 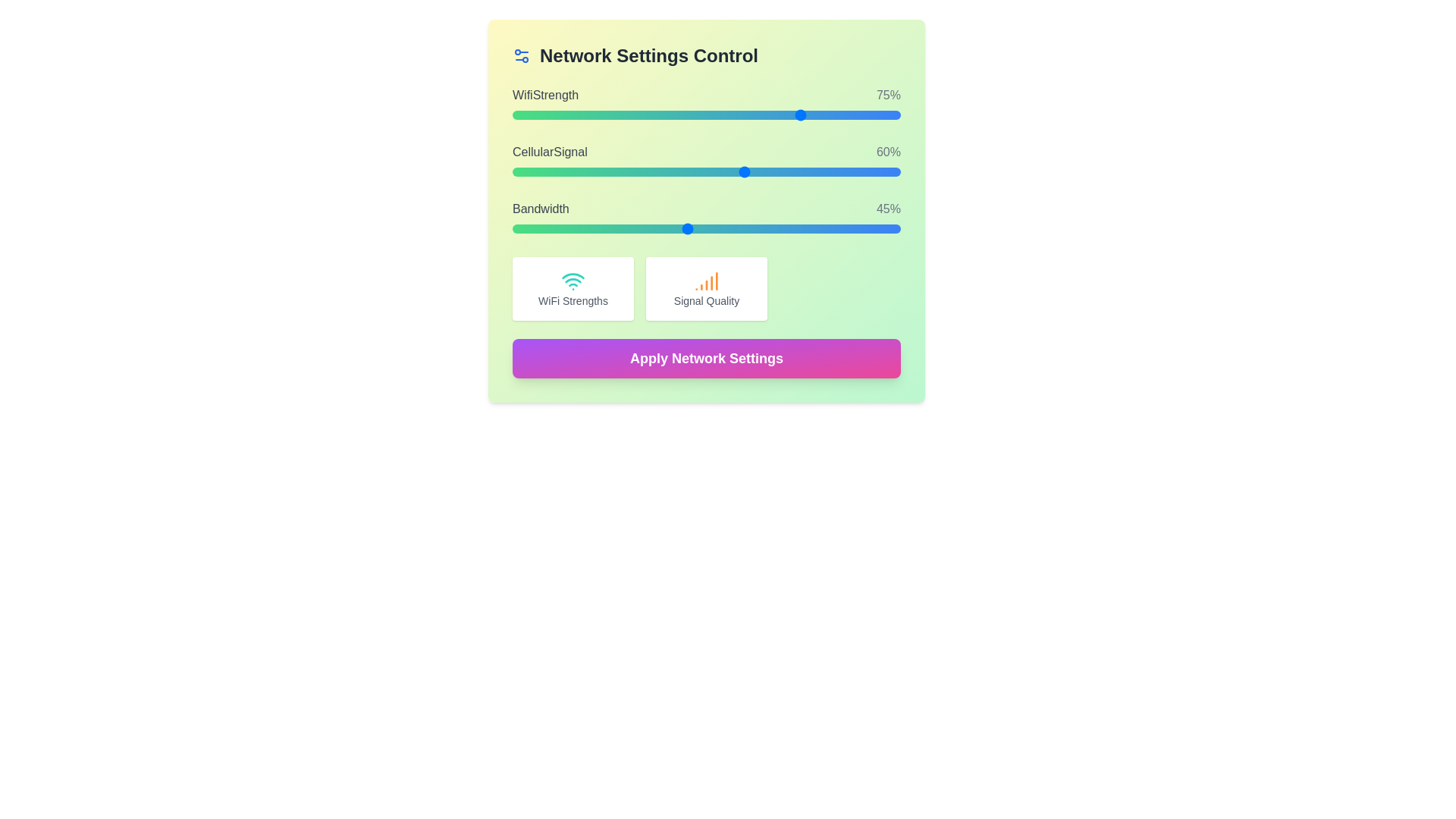 I want to click on the signal strength quality icon located in the 'Signal Quality' box within the 'Network Settings Control' card, so click(x=705, y=281).